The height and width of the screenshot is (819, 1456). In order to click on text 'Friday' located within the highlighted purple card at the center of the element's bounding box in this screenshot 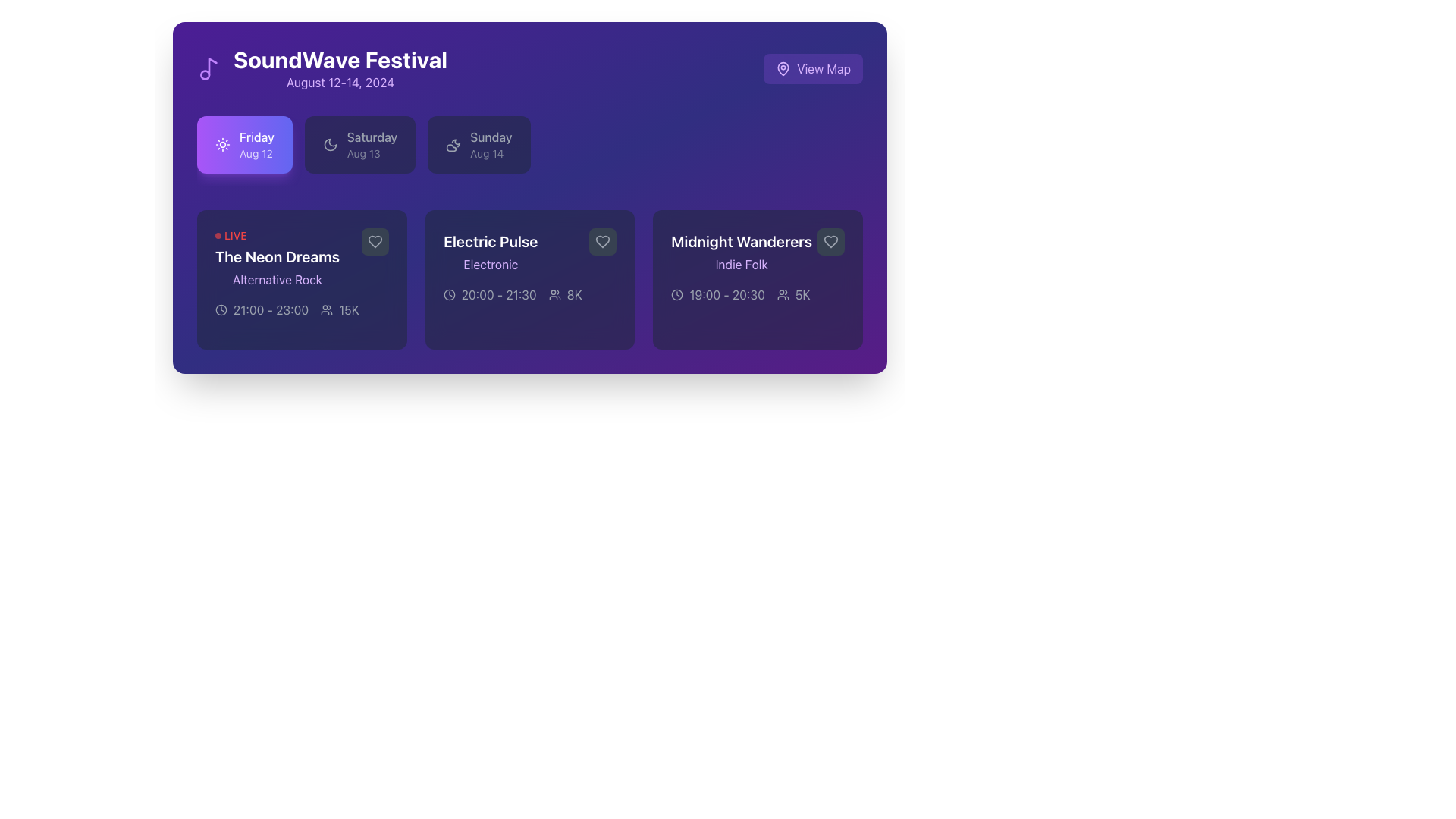, I will do `click(256, 137)`.